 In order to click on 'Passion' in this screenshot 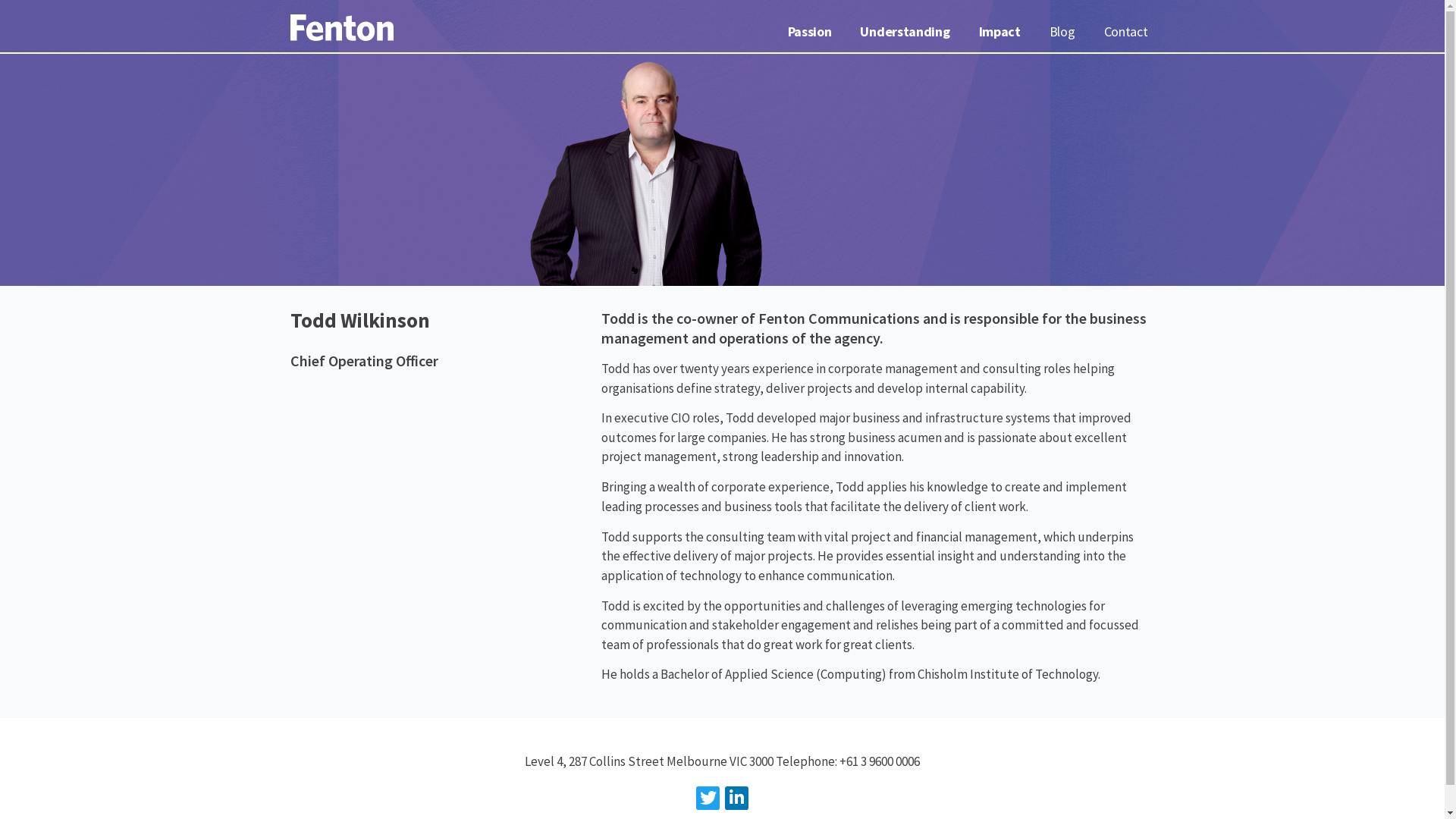, I will do `click(809, 32)`.